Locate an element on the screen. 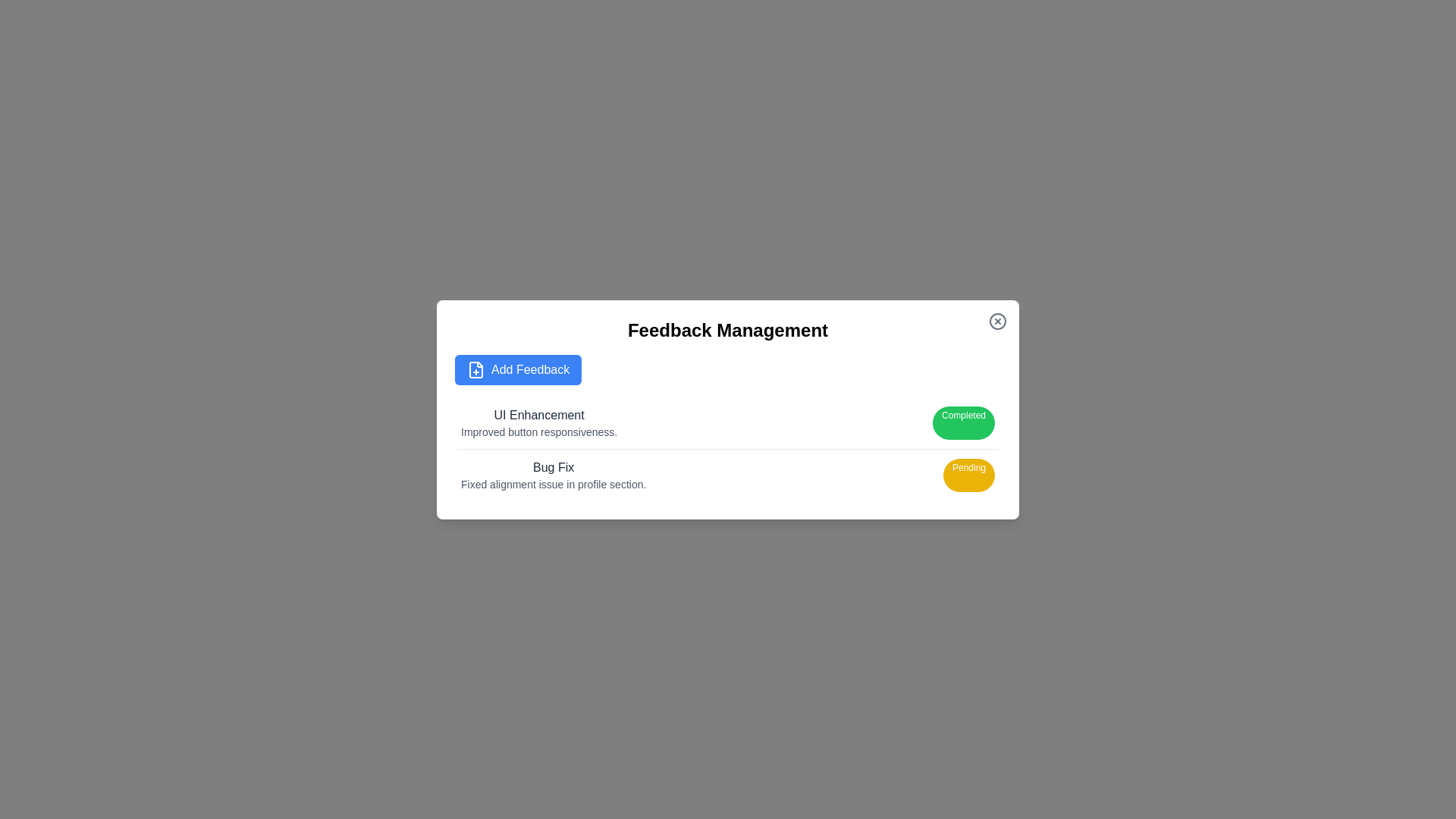 This screenshot has height=819, width=1456. the text header labeled 'UI Enhancement', which is styled in medium-weight gray font and is located below the 'Add Feedback' button is located at coordinates (539, 415).